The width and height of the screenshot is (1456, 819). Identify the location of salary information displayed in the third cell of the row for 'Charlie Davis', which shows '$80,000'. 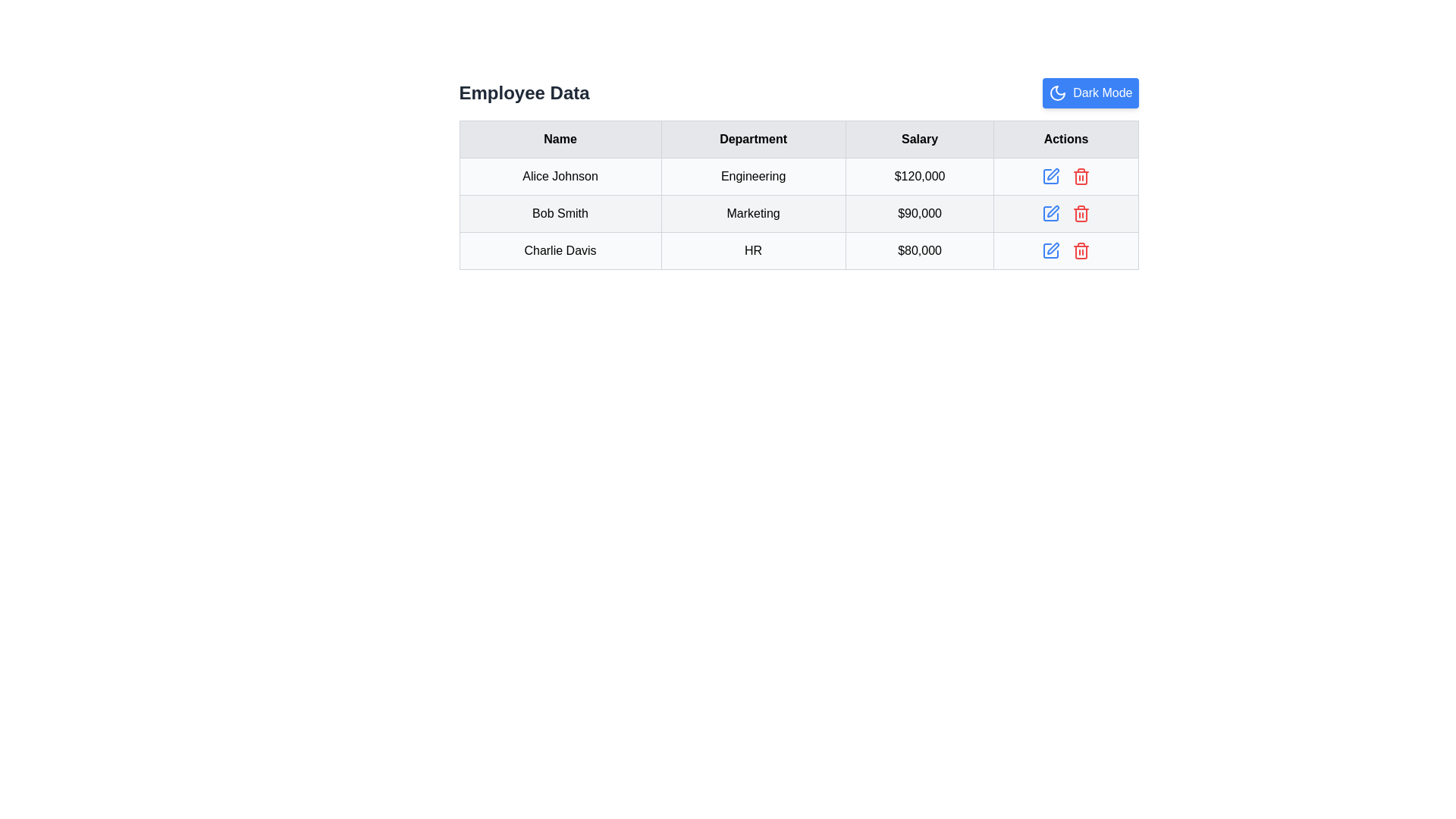
(919, 250).